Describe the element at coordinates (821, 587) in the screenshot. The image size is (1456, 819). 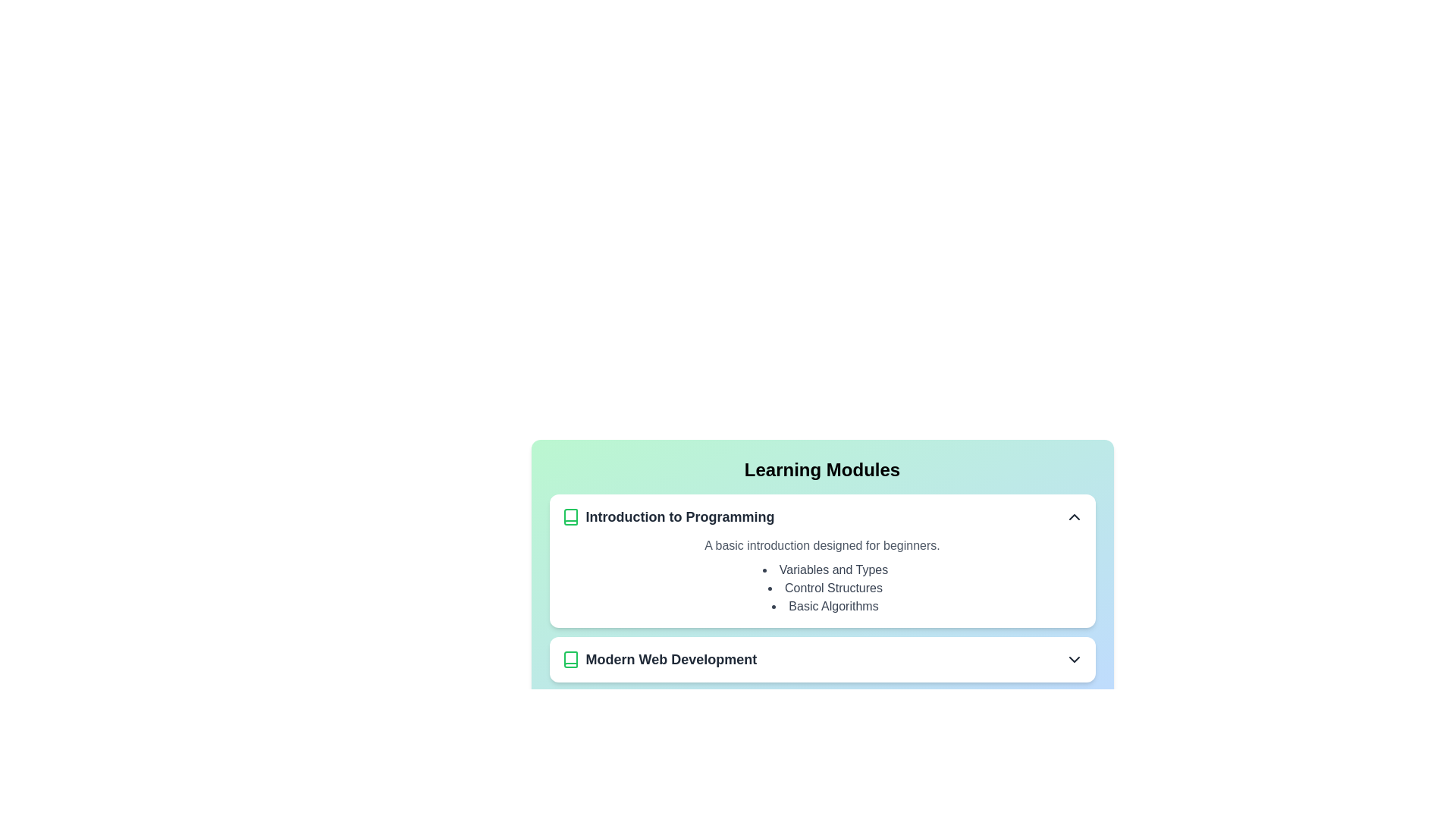
I see `the individual topics in the 'Introduction to Programming' collapsible section for more details, as this section presents an overview and lists the topics` at that location.